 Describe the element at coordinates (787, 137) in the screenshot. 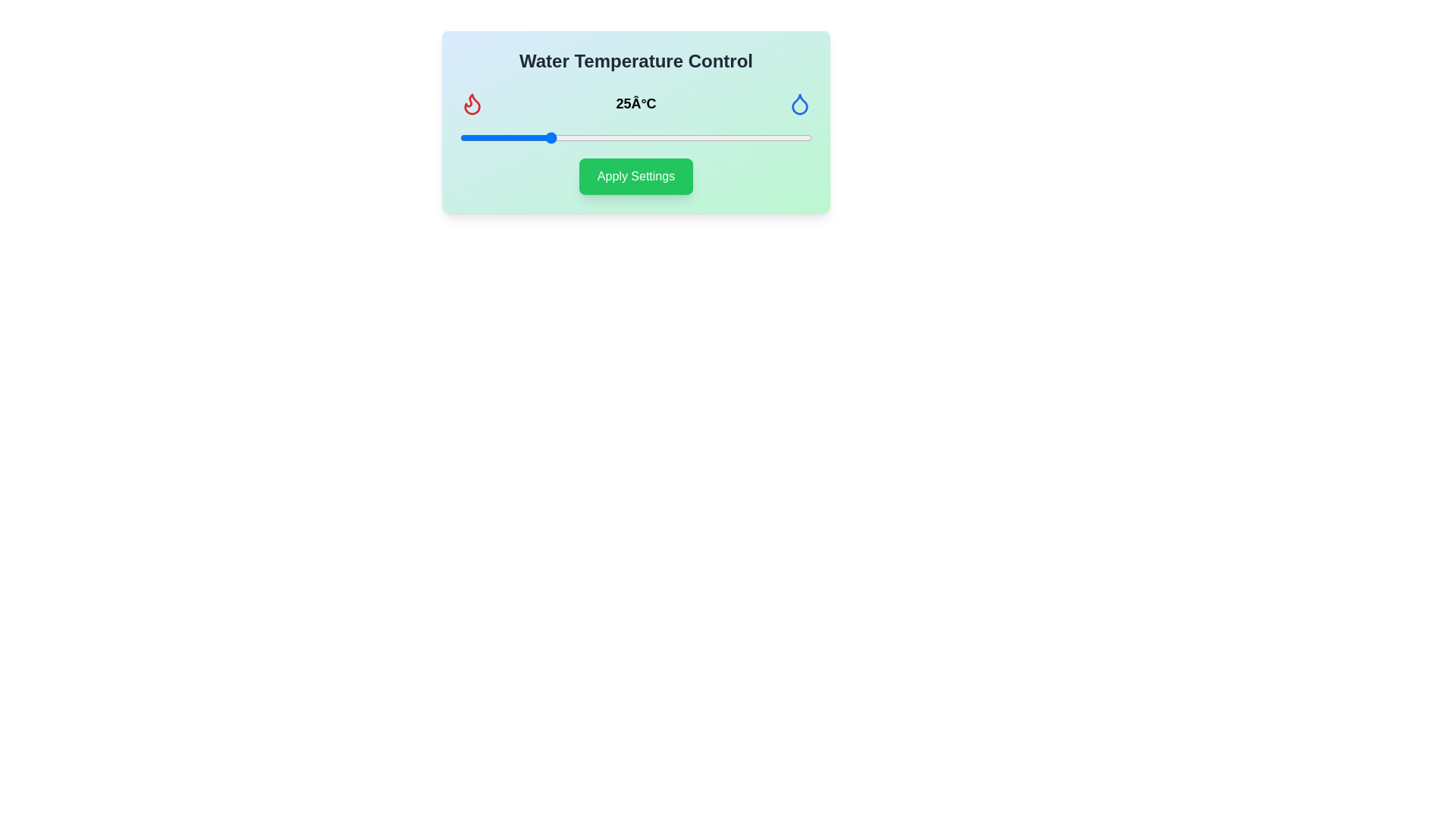

I see `the temperature to 93°C using the slider` at that location.